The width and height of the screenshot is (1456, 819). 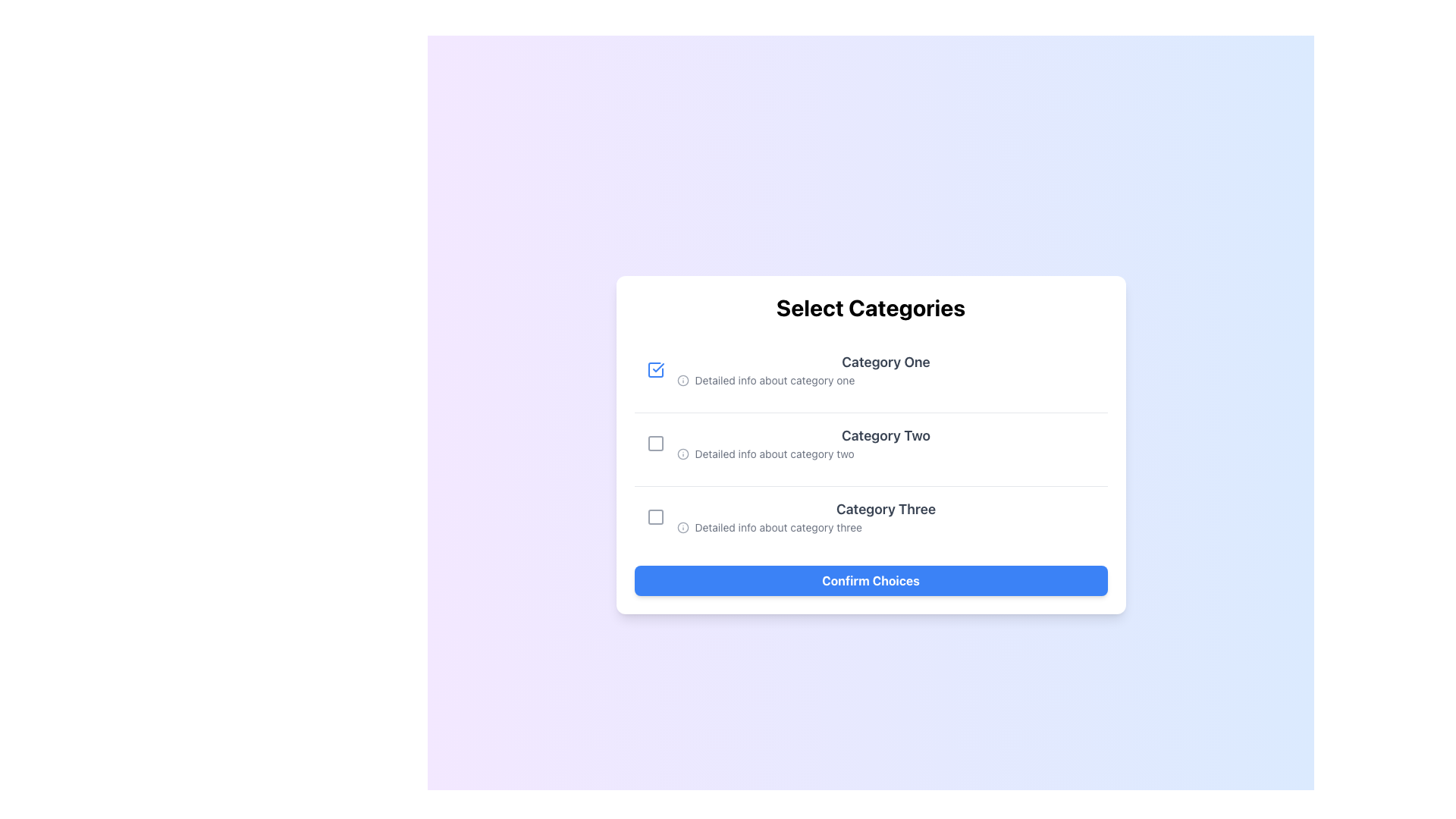 I want to click on informational text block displaying the title 'Category Two' and its description 'Detailed info about category two', which is the second entry in a vertically stacked list of categories, so click(x=886, y=444).